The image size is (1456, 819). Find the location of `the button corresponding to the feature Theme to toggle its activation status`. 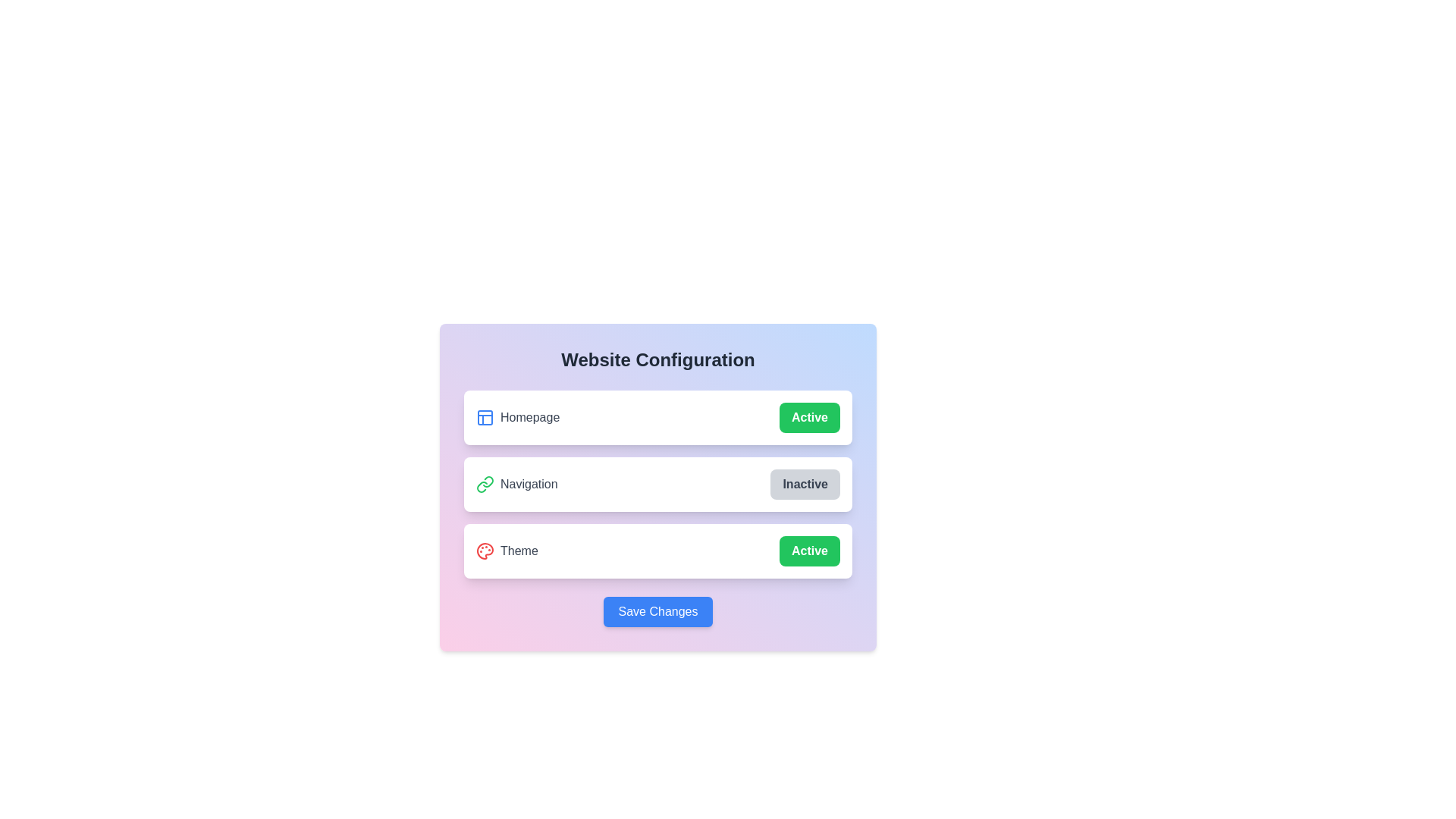

the button corresponding to the feature Theme to toggle its activation status is located at coordinates (808, 551).